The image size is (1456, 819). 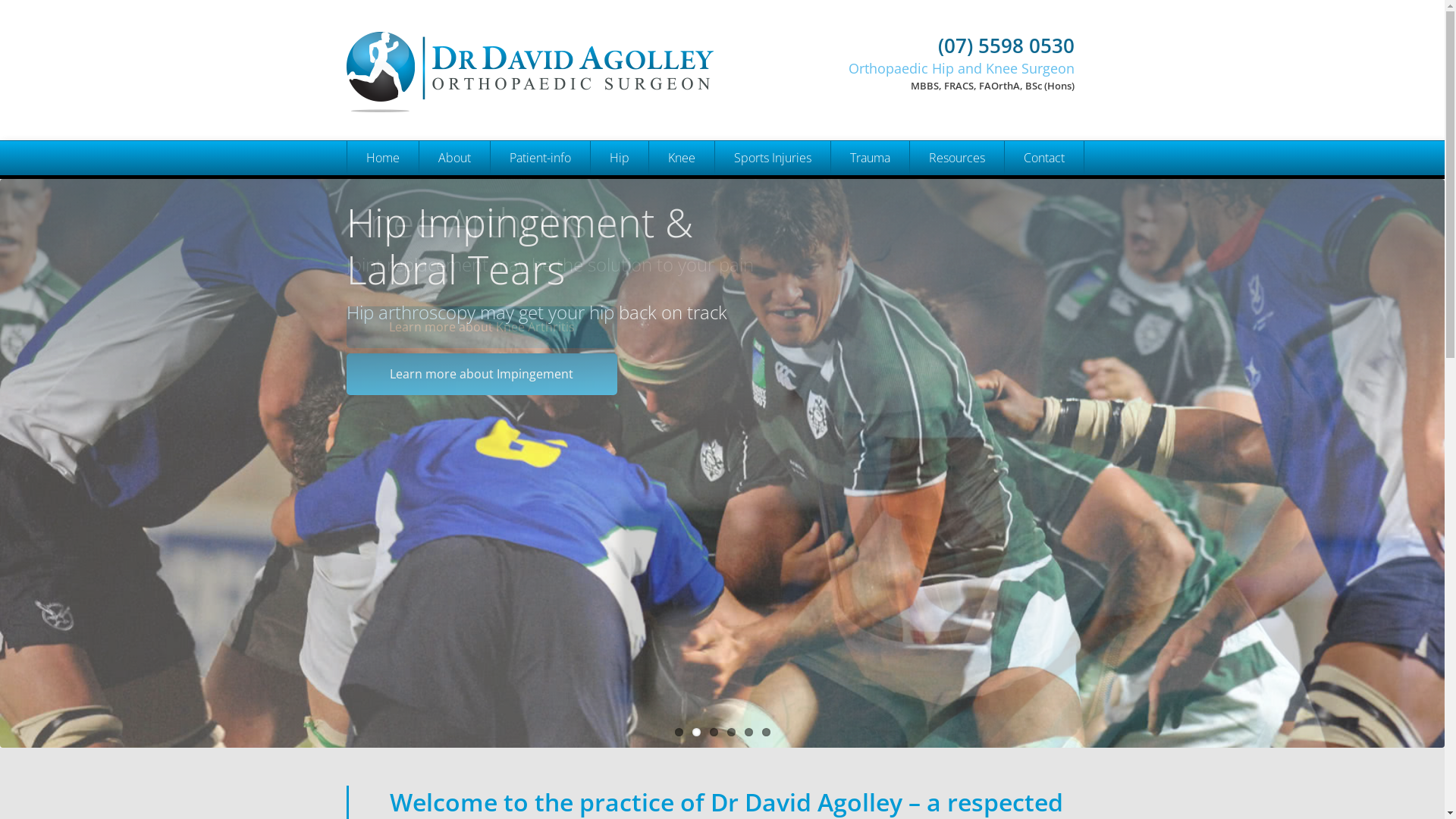 What do you see at coordinates (1004, 158) in the screenshot?
I see `'Contact'` at bounding box center [1004, 158].